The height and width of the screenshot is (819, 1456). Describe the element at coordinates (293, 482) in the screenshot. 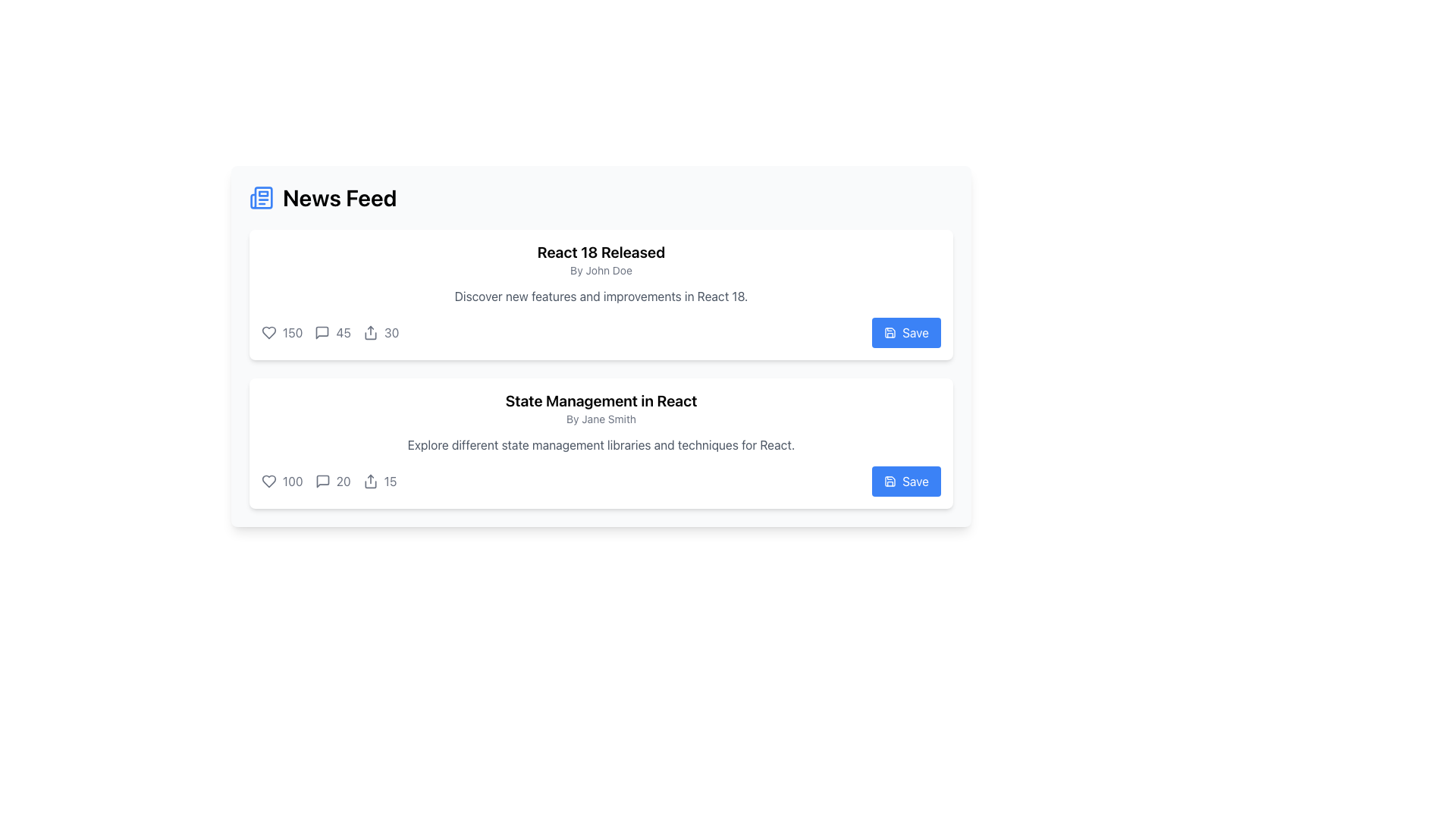

I see `the textual component displaying the number '100', which is styled in a compact font and located at the bottom-left of the second content card, adjacent to a heart icon` at that location.